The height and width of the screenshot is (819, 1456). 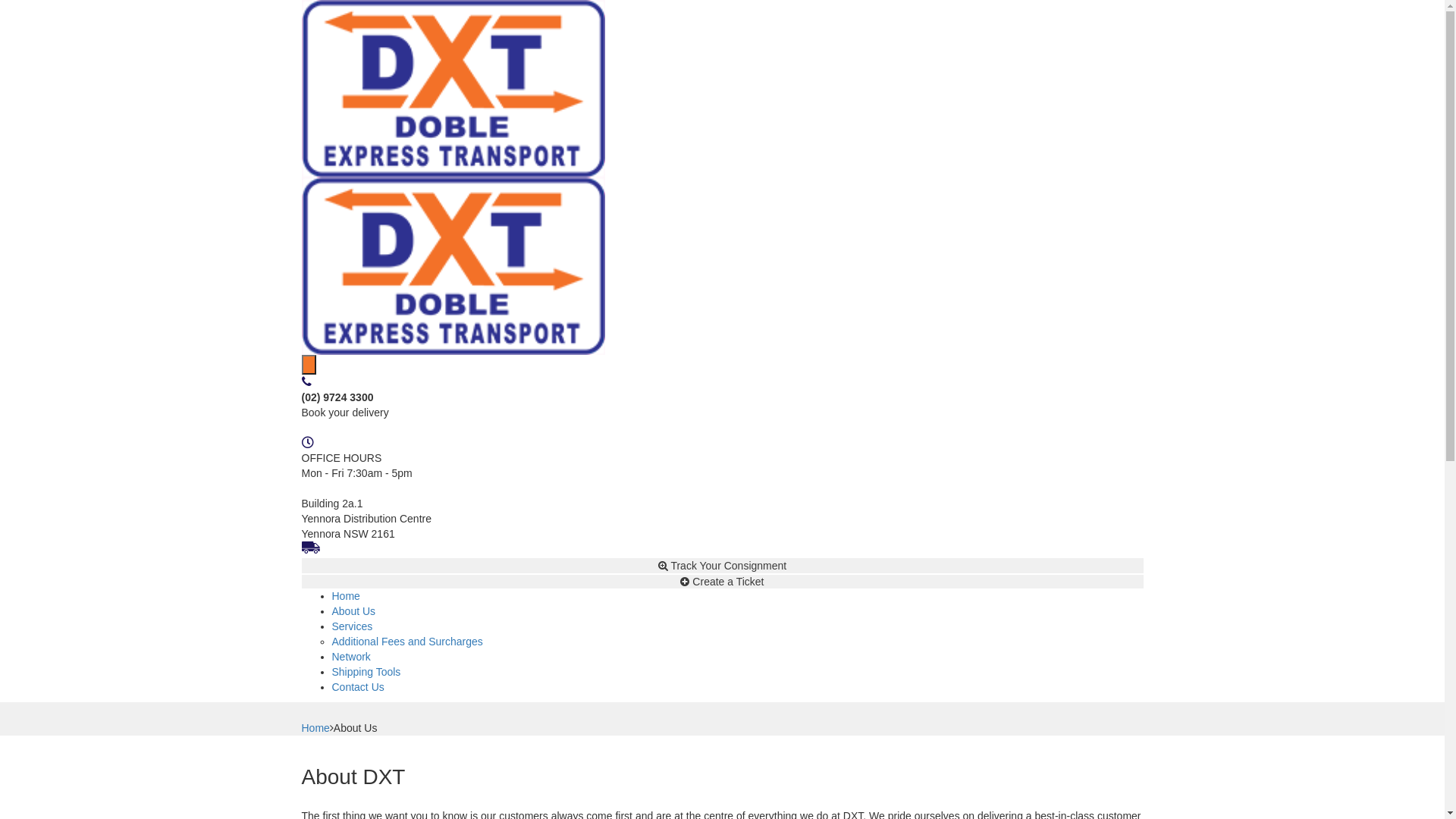 What do you see at coordinates (350, 656) in the screenshot?
I see `'Network'` at bounding box center [350, 656].